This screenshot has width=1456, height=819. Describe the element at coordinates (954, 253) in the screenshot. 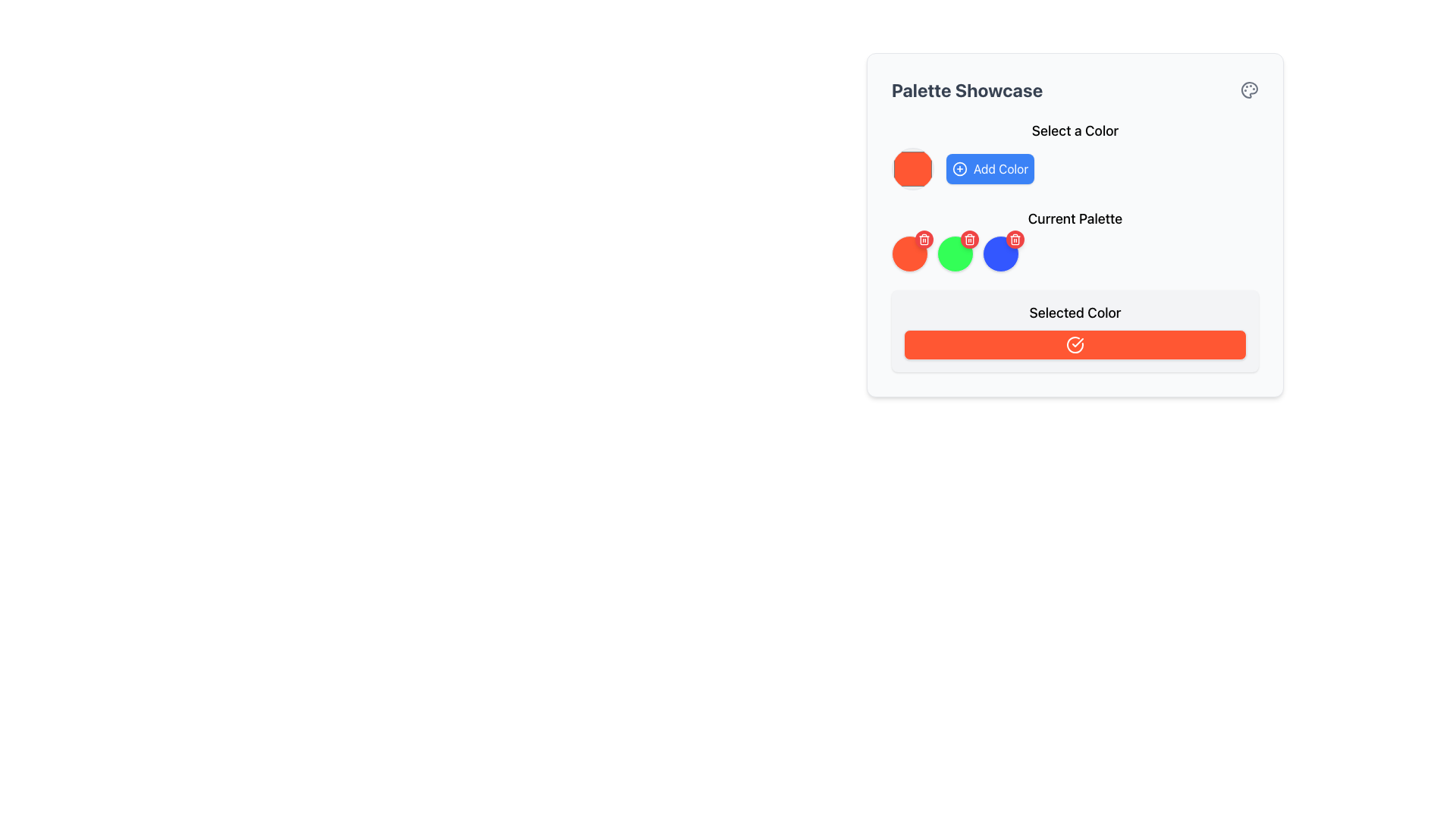

I see `the second circular color selector in the 'Current Palette' section` at that location.